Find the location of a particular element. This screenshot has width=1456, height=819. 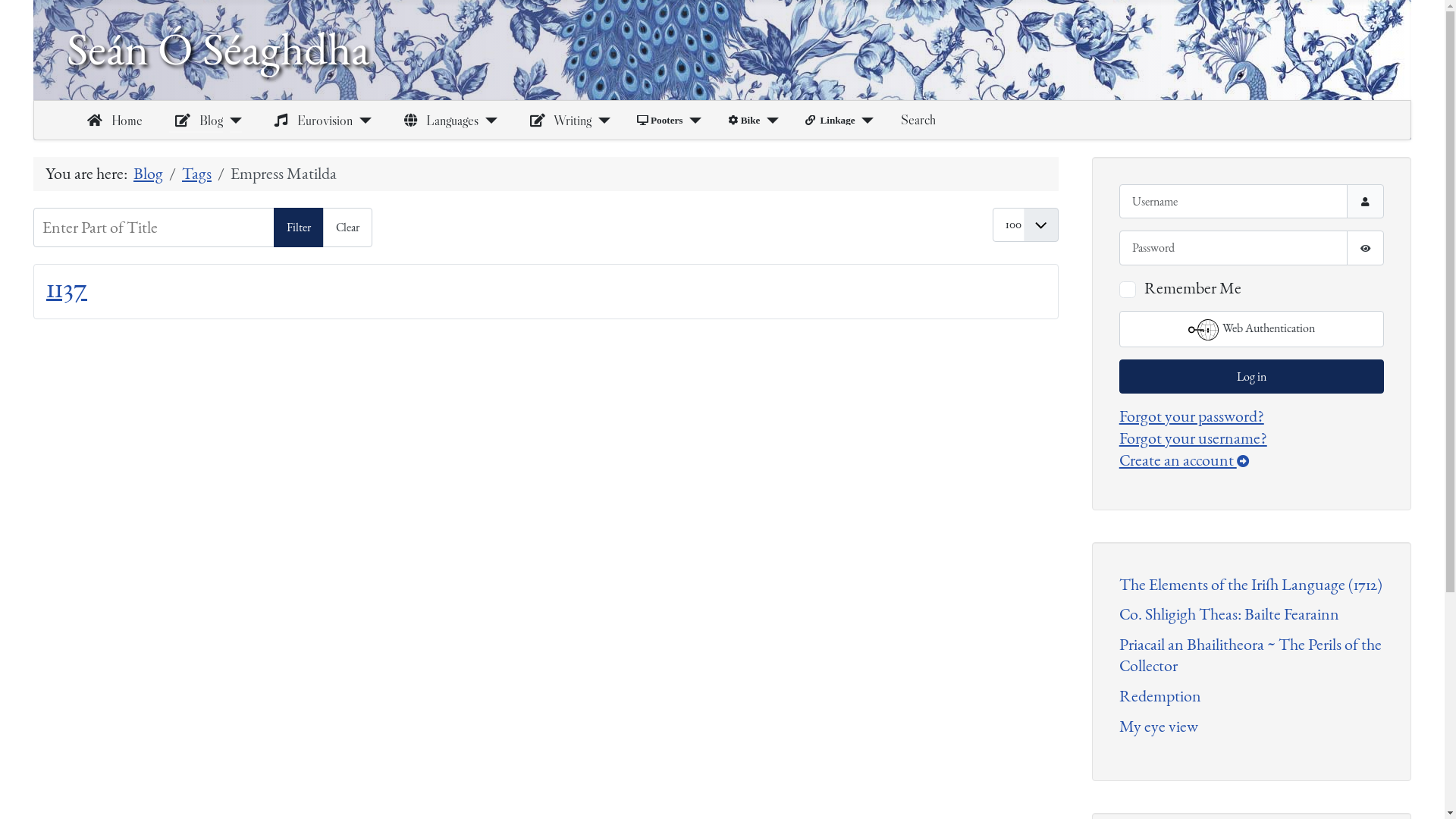

'Languages' is located at coordinates (437, 119).